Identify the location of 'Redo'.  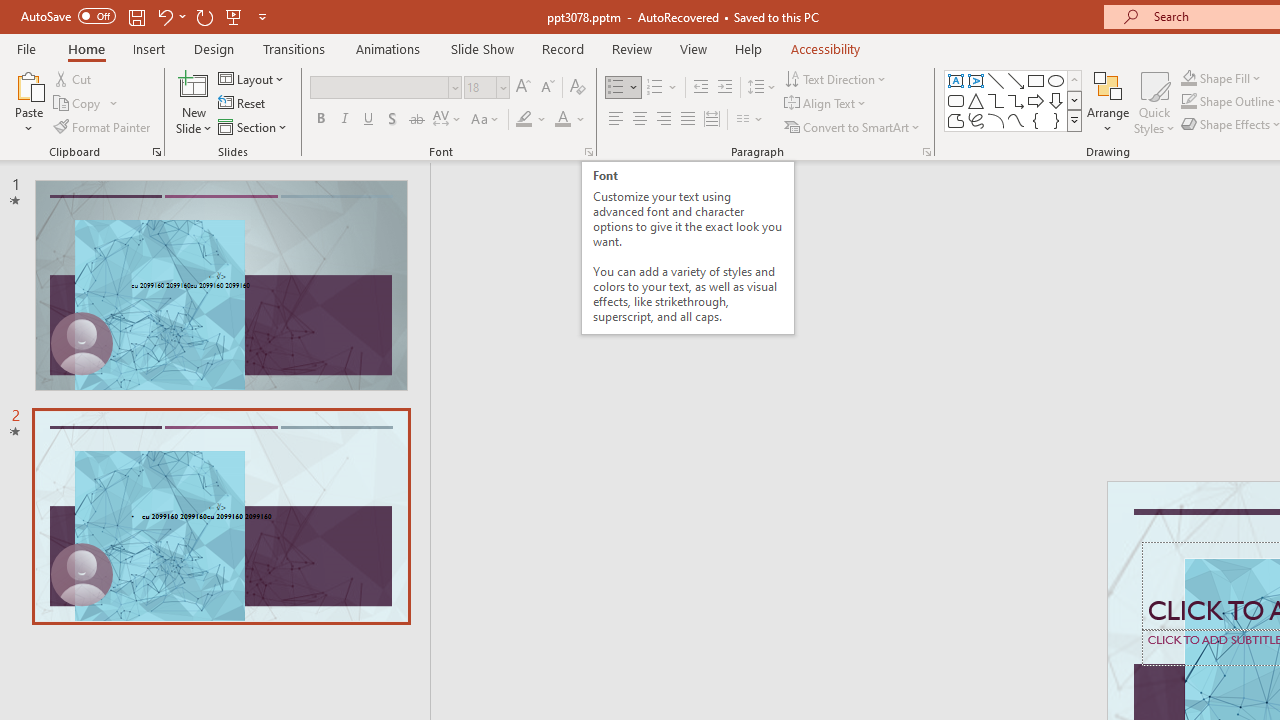
(204, 16).